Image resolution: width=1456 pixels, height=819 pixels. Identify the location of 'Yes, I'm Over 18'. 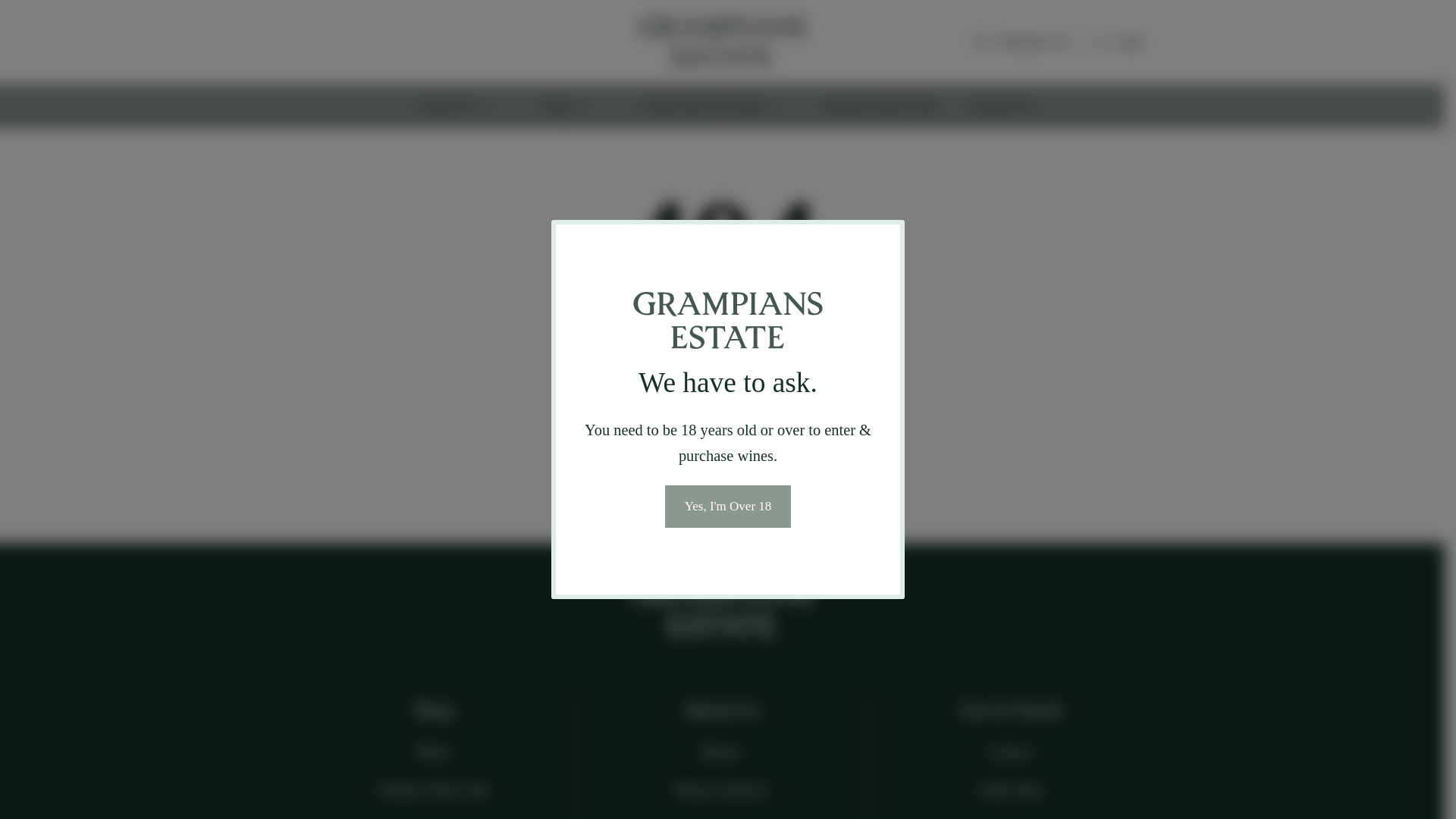
(665, 506).